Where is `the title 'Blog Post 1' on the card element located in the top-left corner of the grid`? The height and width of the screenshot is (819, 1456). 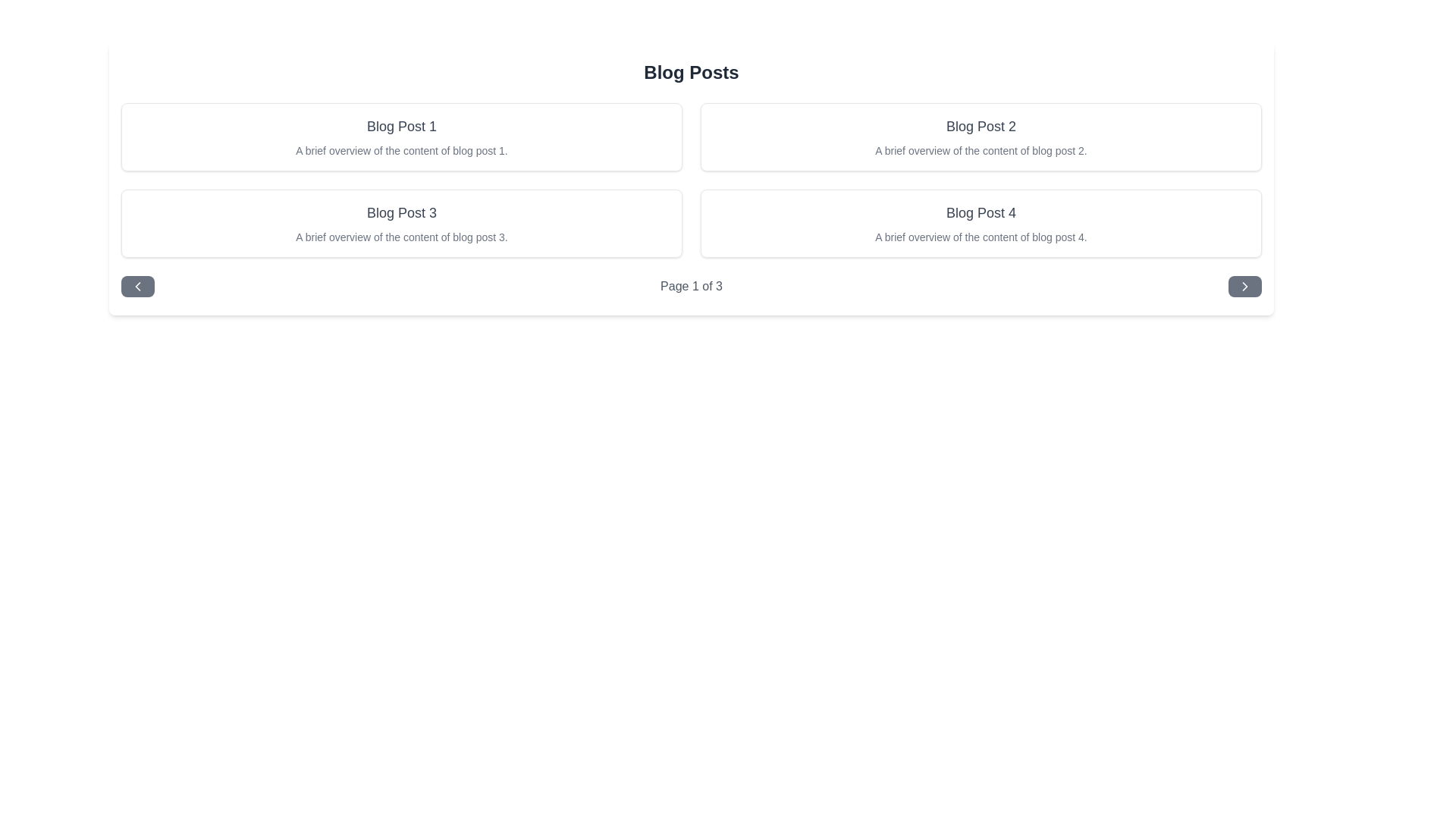 the title 'Blog Post 1' on the card element located in the top-left corner of the grid is located at coordinates (401, 137).